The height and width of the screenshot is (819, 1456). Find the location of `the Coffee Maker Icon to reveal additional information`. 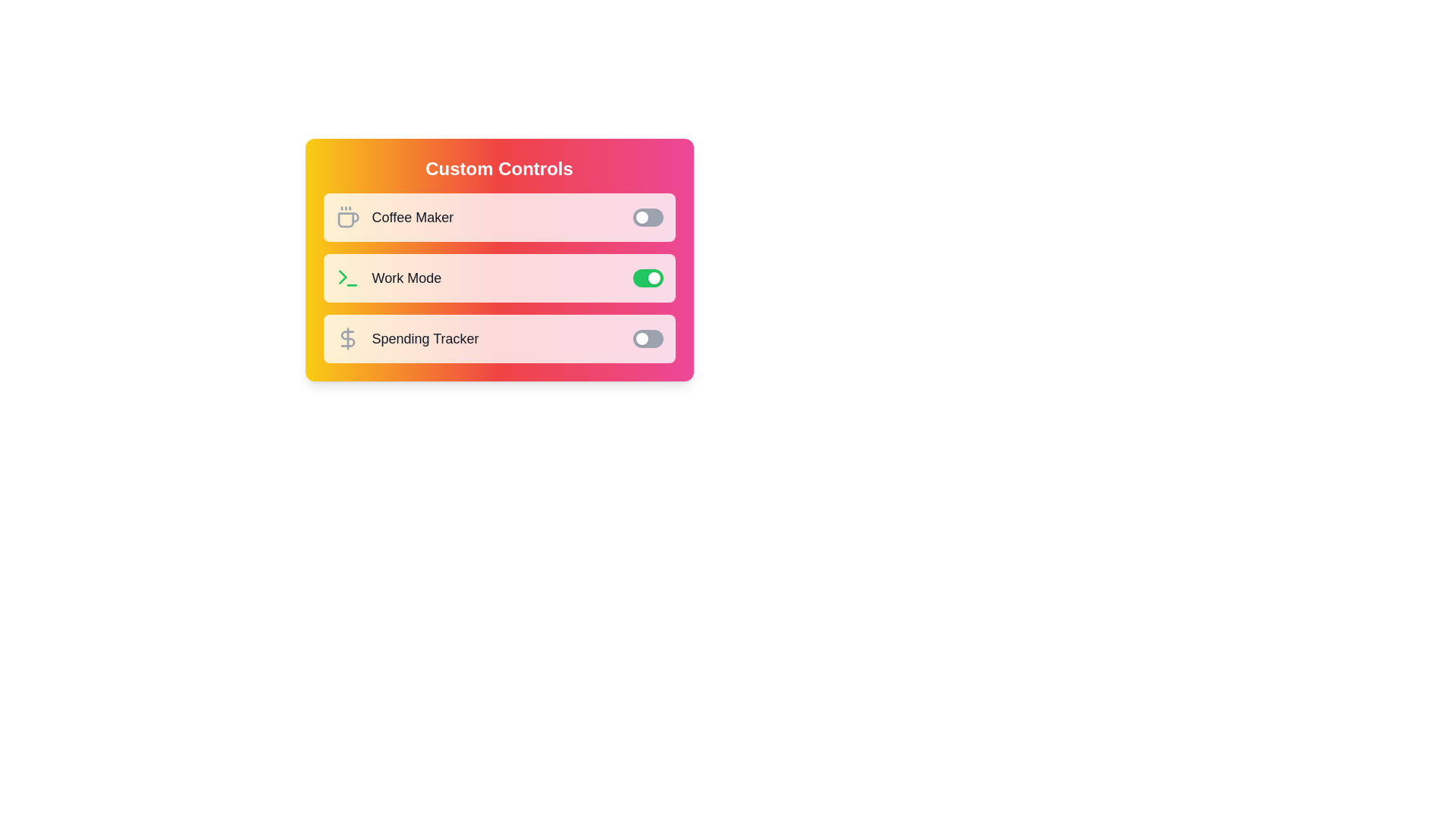

the Coffee Maker Icon to reveal additional information is located at coordinates (347, 217).